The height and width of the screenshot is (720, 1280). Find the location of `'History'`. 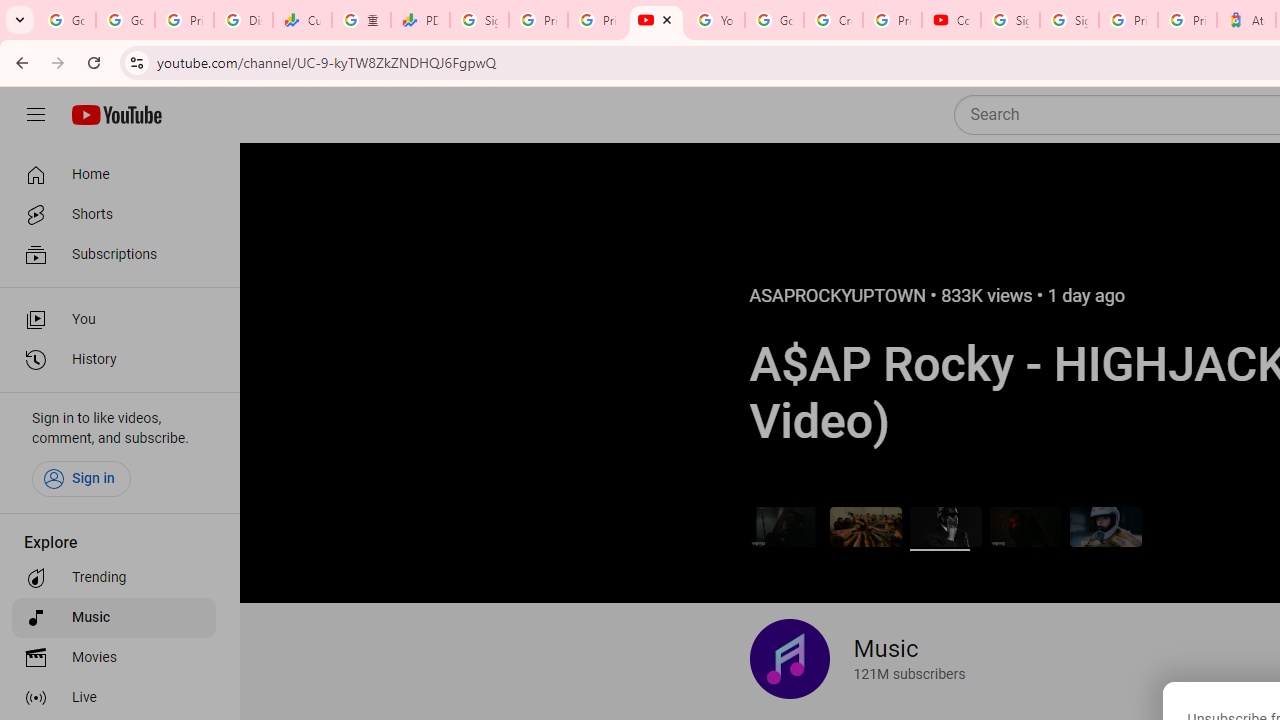

'History' is located at coordinates (112, 360).